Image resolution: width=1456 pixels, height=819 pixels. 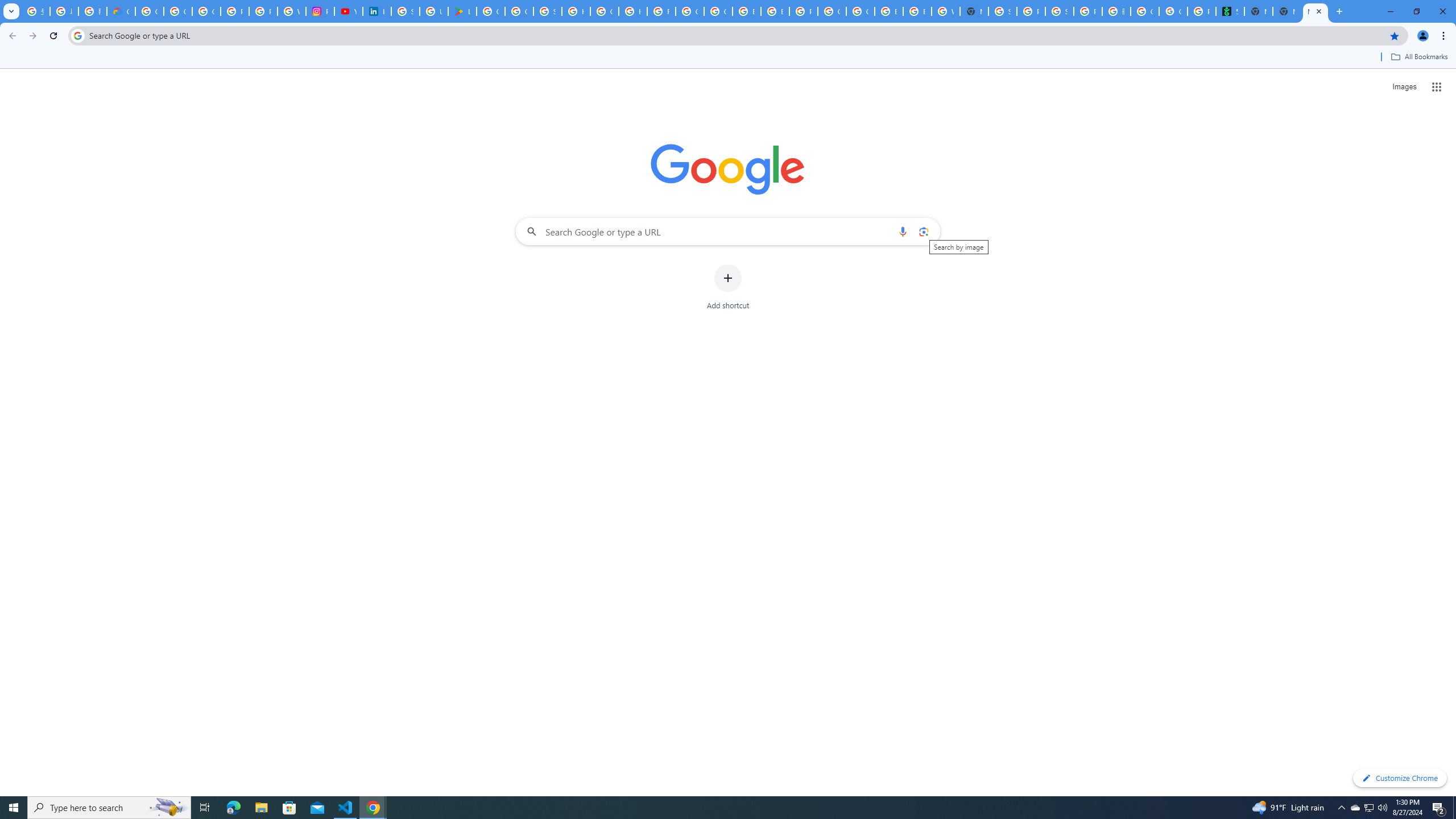 What do you see at coordinates (923, 230) in the screenshot?
I see `'Search by image'` at bounding box center [923, 230].